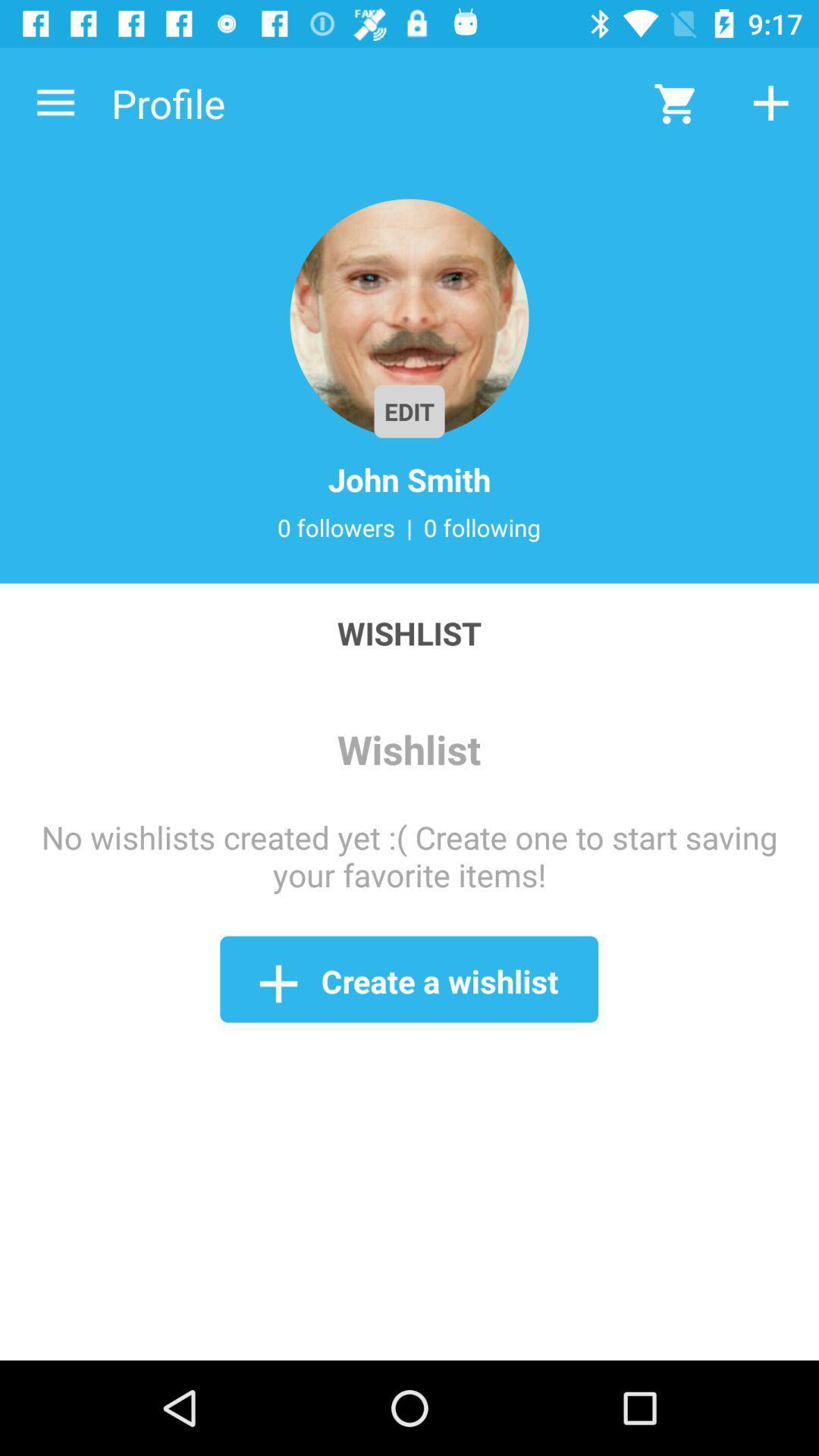  What do you see at coordinates (409, 318) in the screenshot?
I see `icon above john smith` at bounding box center [409, 318].